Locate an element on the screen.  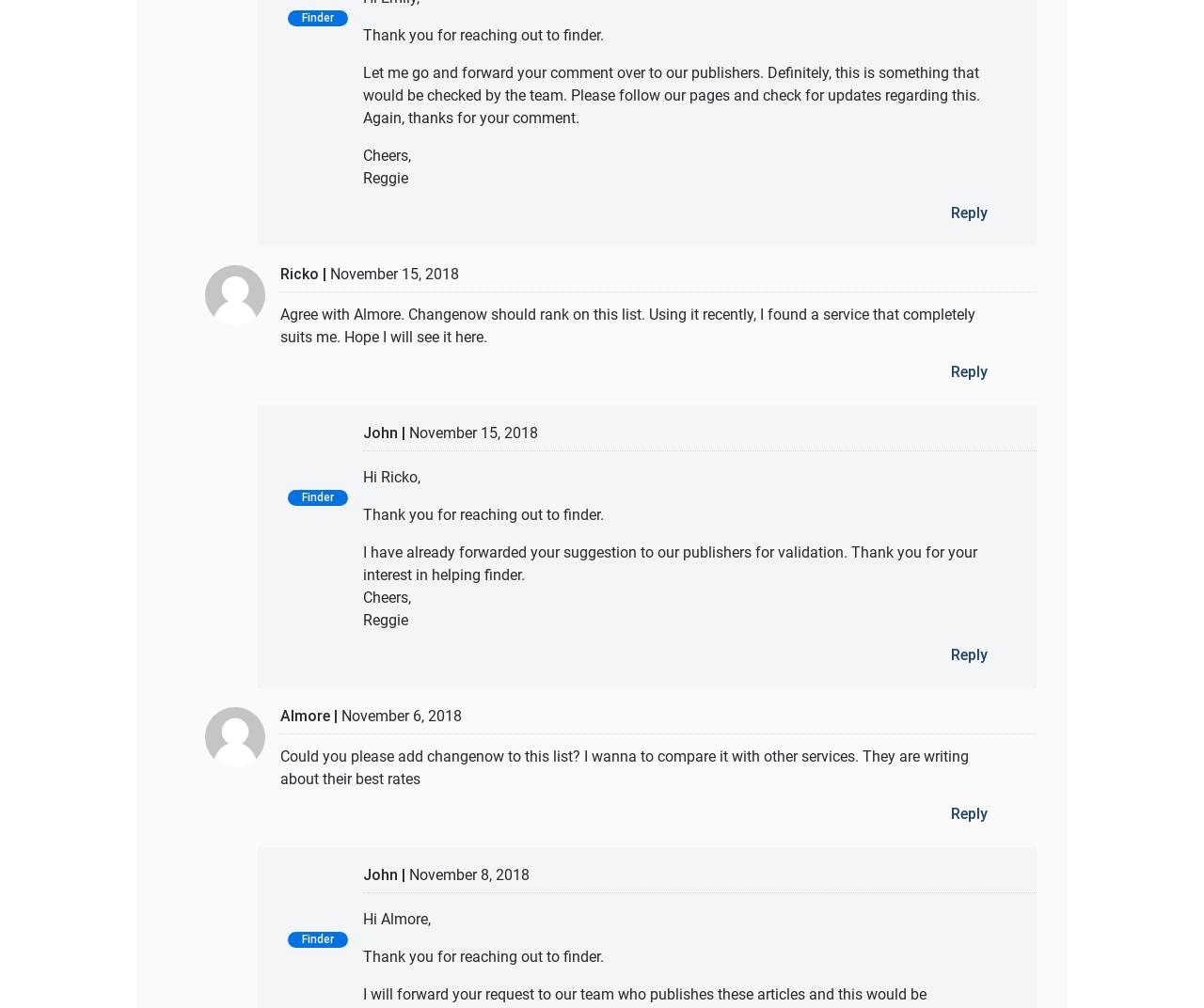
'Almore' is located at coordinates (305, 715).